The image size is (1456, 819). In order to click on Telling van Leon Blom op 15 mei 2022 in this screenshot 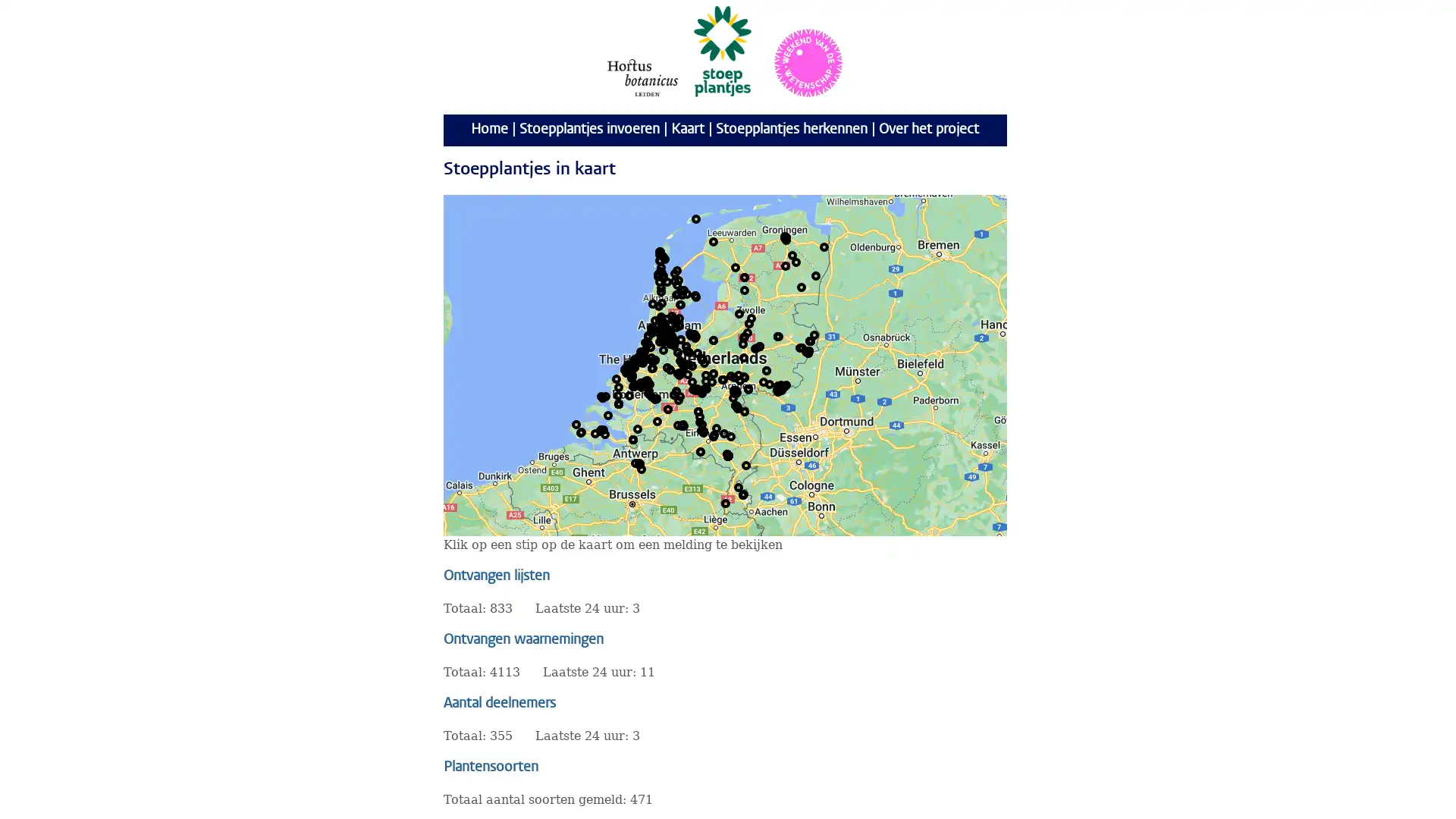, I will do `click(698, 411)`.